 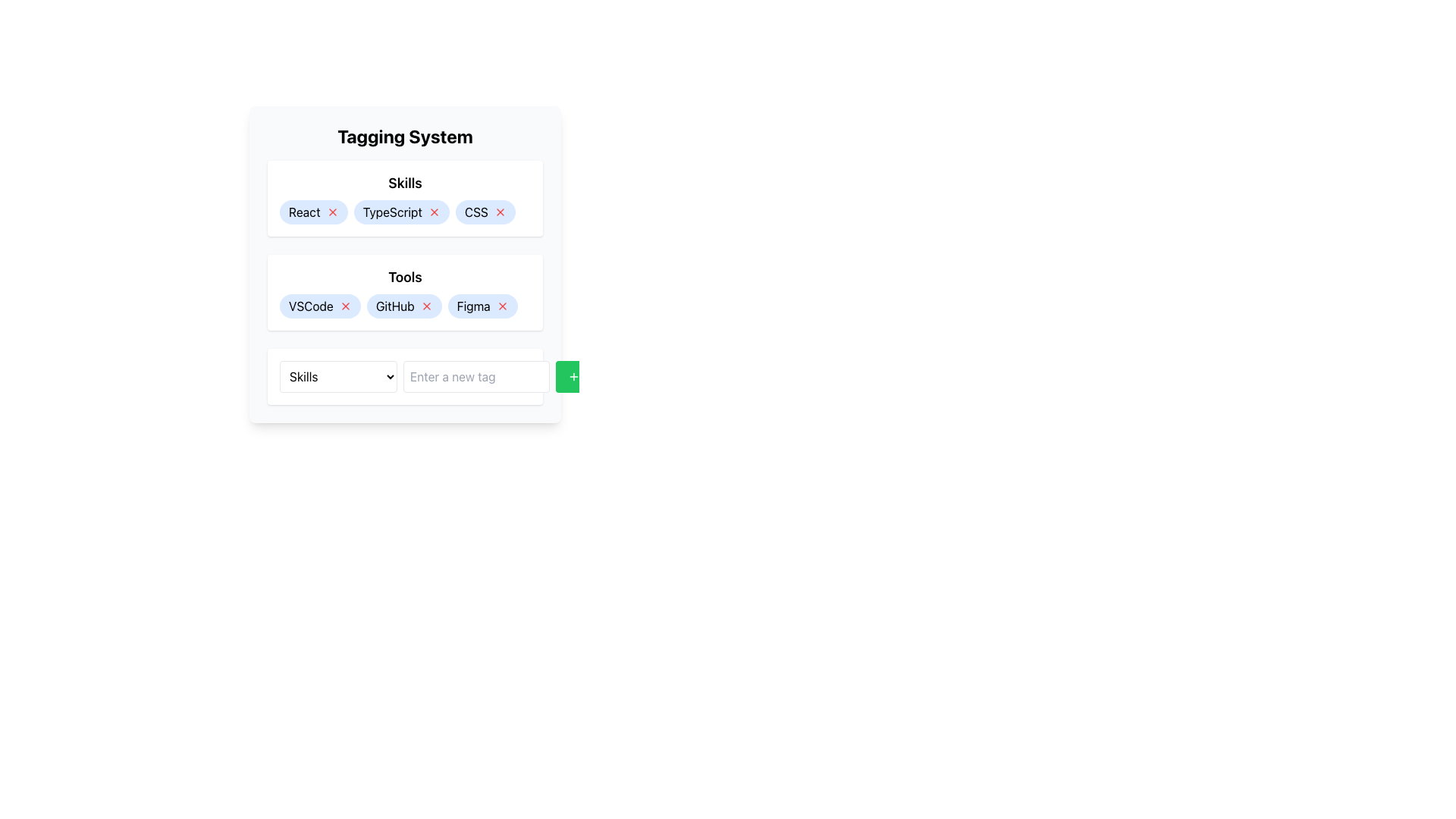 What do you see at coordinates (475, 376) in the screenshot?
I see `the text input field for adding a new tag, which is located to the right of the 'Skills' dropdown and to the left of the green circular button with a plus icon` at bounding box center [475, 376].